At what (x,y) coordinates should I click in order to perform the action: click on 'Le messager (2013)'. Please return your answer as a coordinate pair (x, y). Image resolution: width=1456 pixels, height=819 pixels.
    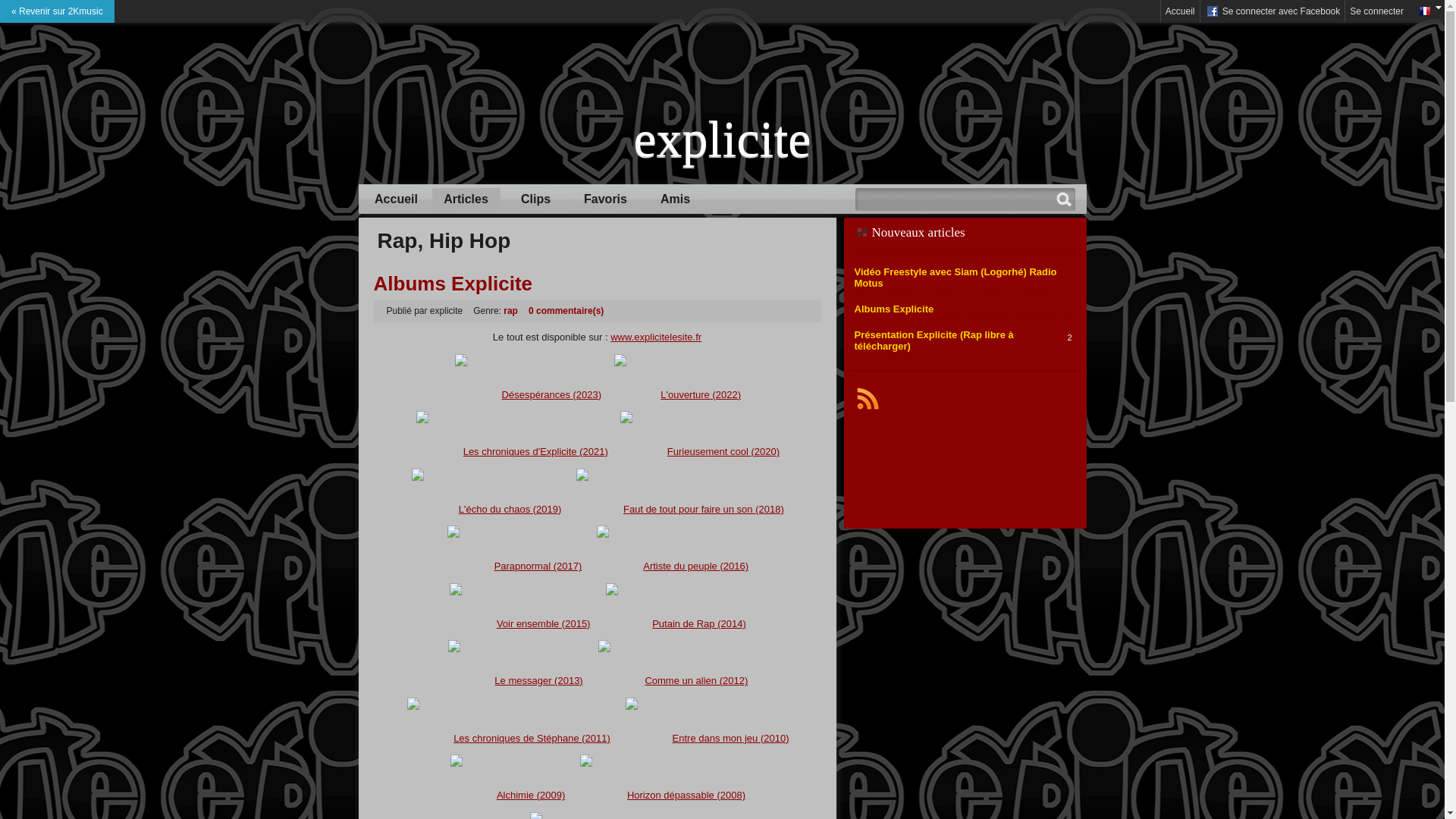
    Looking at the image, I should click on (538, 679).